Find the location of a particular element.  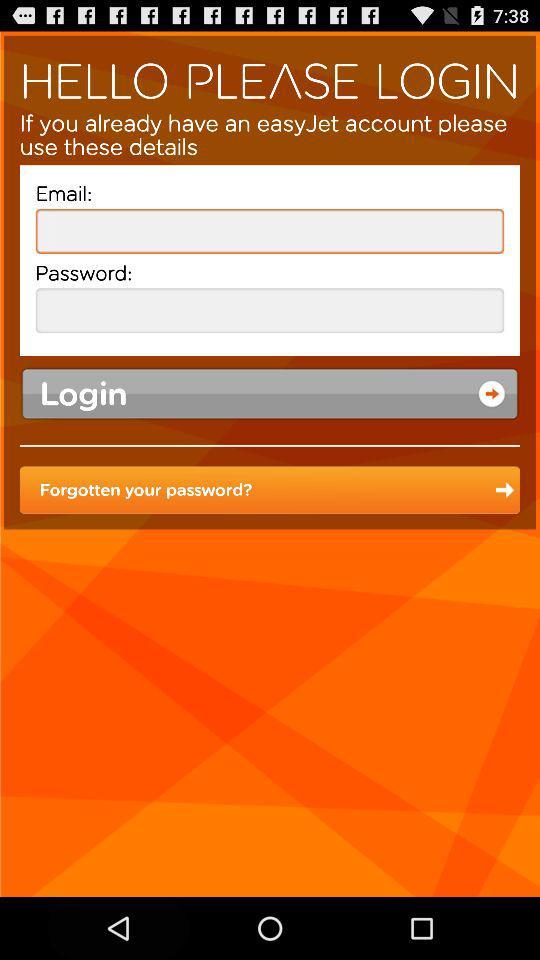

insert email is located at coordinates (270, 231).